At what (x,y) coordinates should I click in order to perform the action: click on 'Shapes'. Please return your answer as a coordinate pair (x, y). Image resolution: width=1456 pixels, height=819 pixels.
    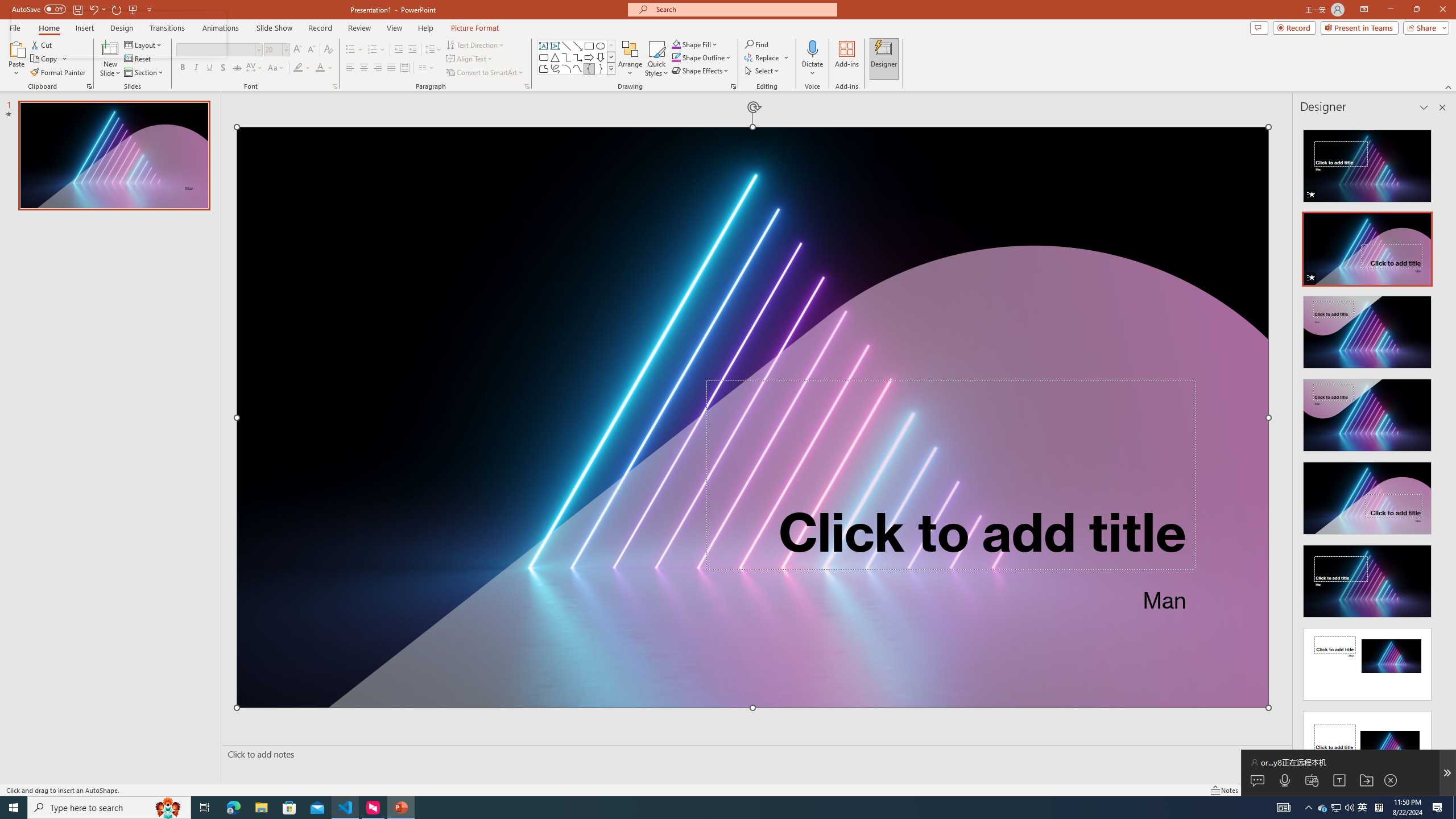
    Looking at the image, I should click on (611, 68).